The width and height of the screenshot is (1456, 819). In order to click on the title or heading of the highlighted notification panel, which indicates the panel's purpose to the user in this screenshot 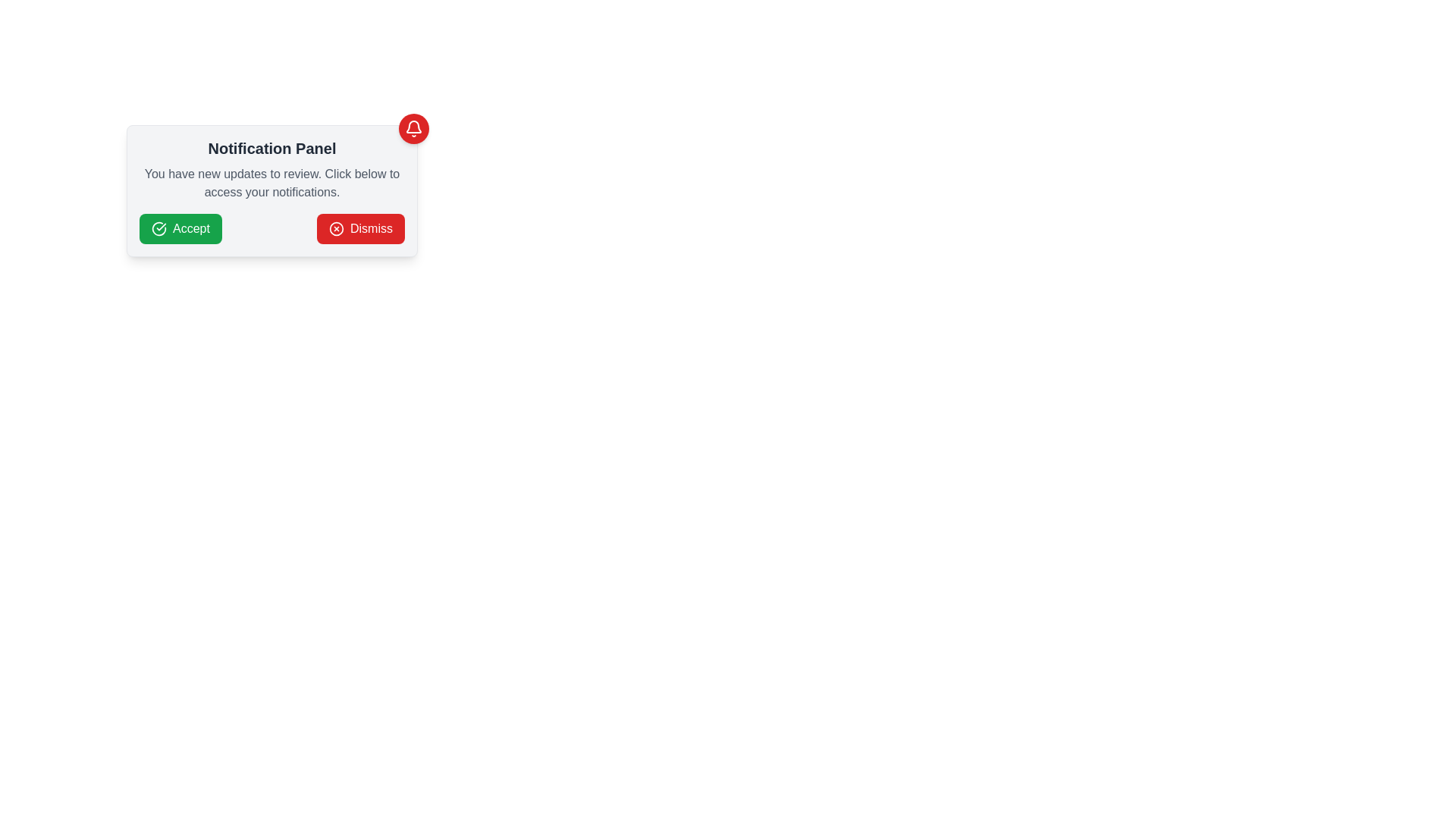, I will do `click(272, 149)`.